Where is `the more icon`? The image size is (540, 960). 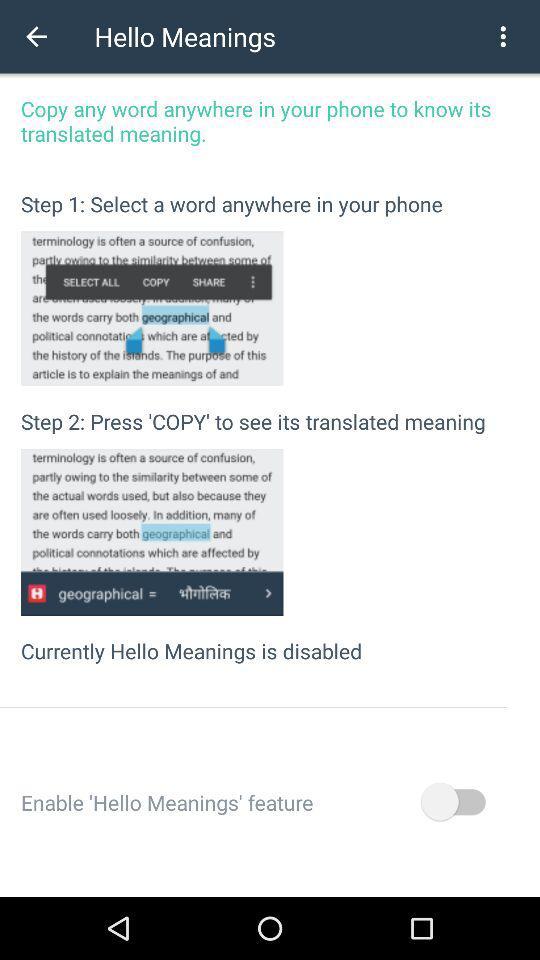 the more icon is located at coordinates (502, 38).